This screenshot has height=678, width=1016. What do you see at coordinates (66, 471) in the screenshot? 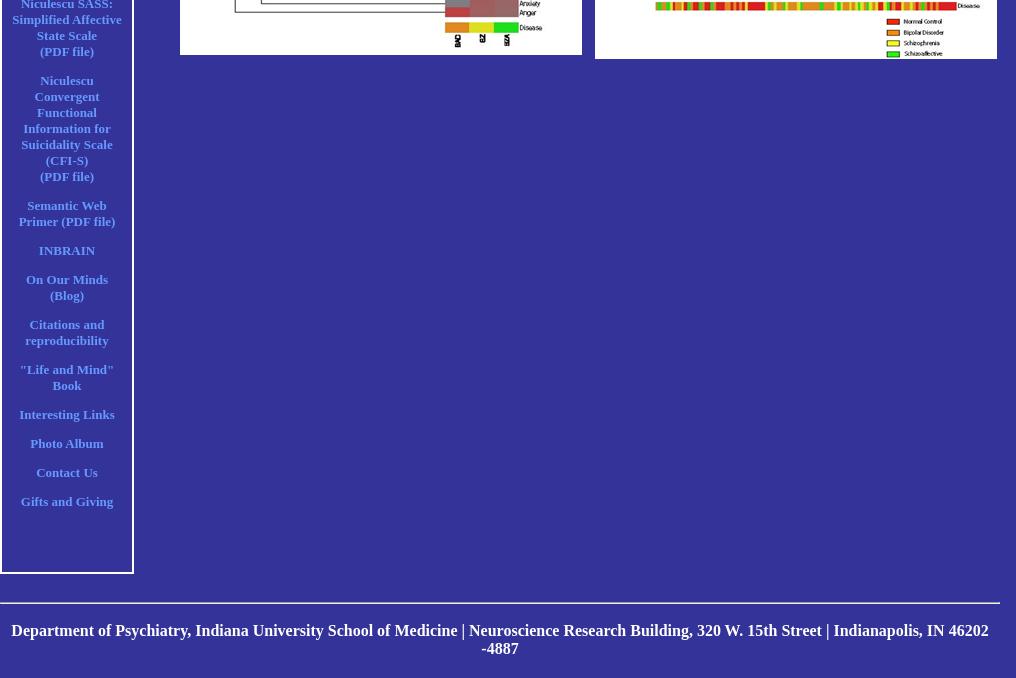
I see `'Contact Us'` at bounding box center [66, 471].